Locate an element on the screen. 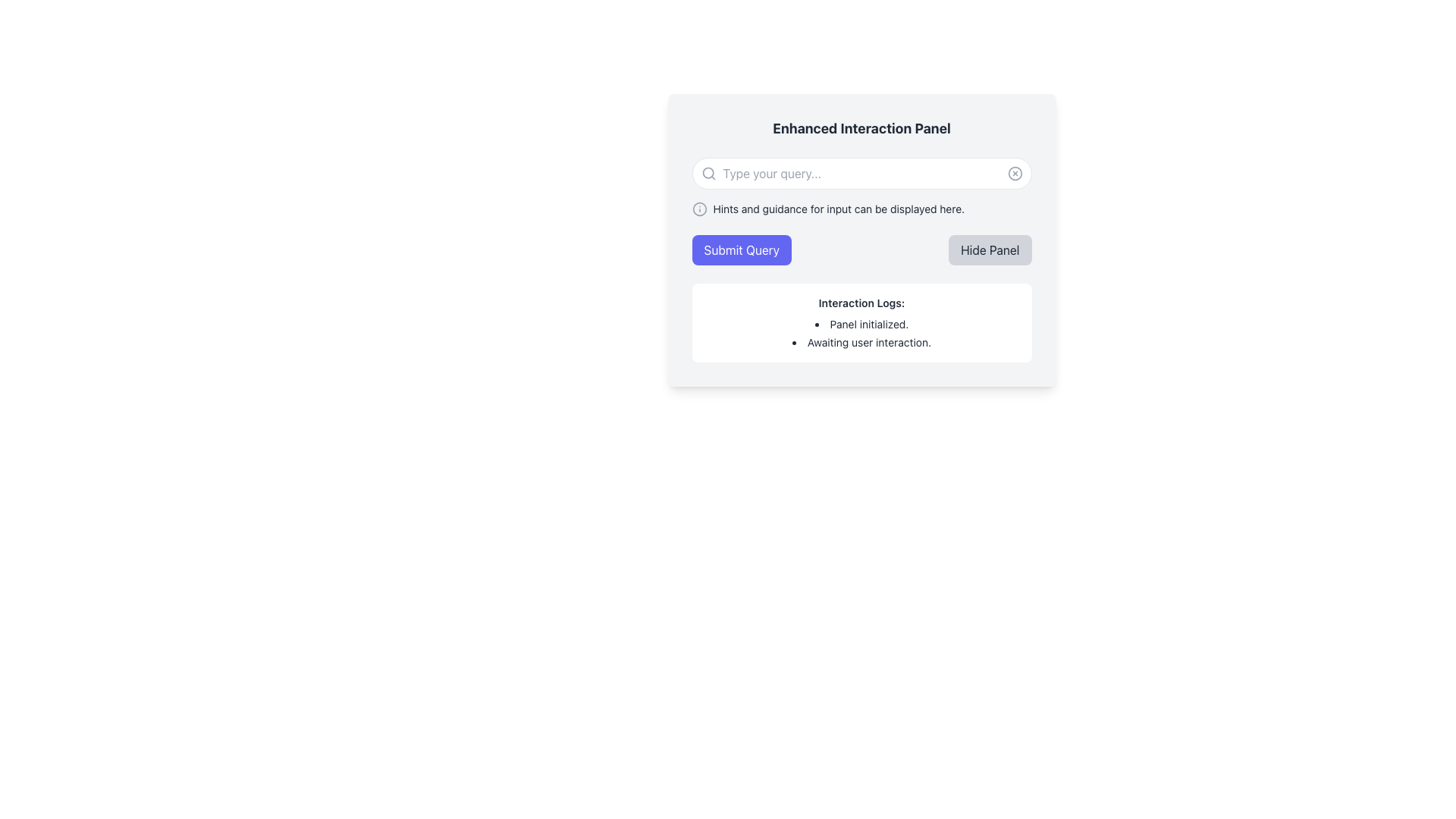 The width and height of the screenshot is (1456, 819). the circular close button with an 'X' shape at the center, which is located at the far right side of the input field is located at coordinates (1015, 172).